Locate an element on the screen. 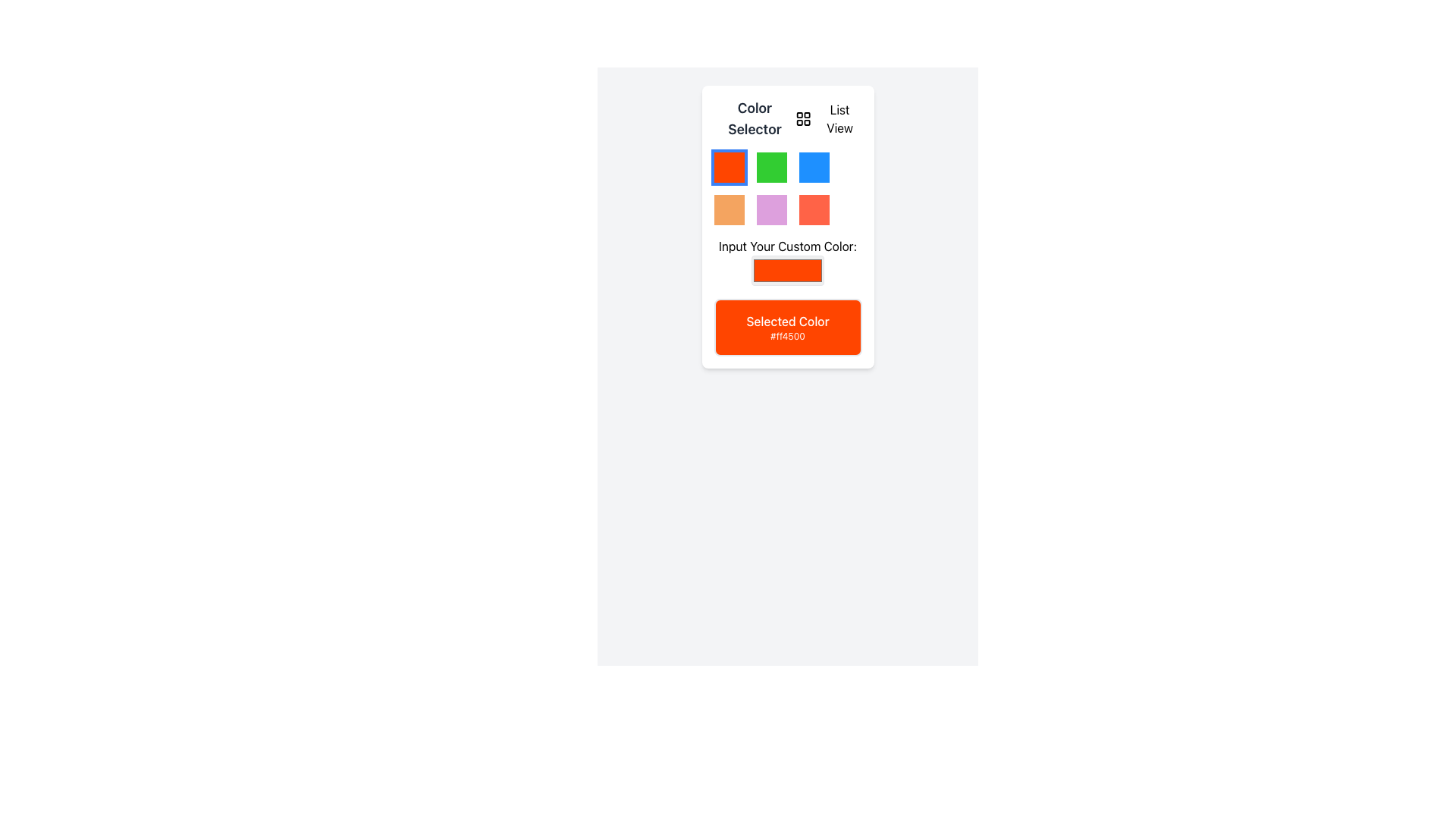 The height and width of the screenshot is (819, 1456). color and hexadecimal code information from the informational display element located at the bottom of the color selection interface, just below the custom color input area is located at coordinates (787, 327).